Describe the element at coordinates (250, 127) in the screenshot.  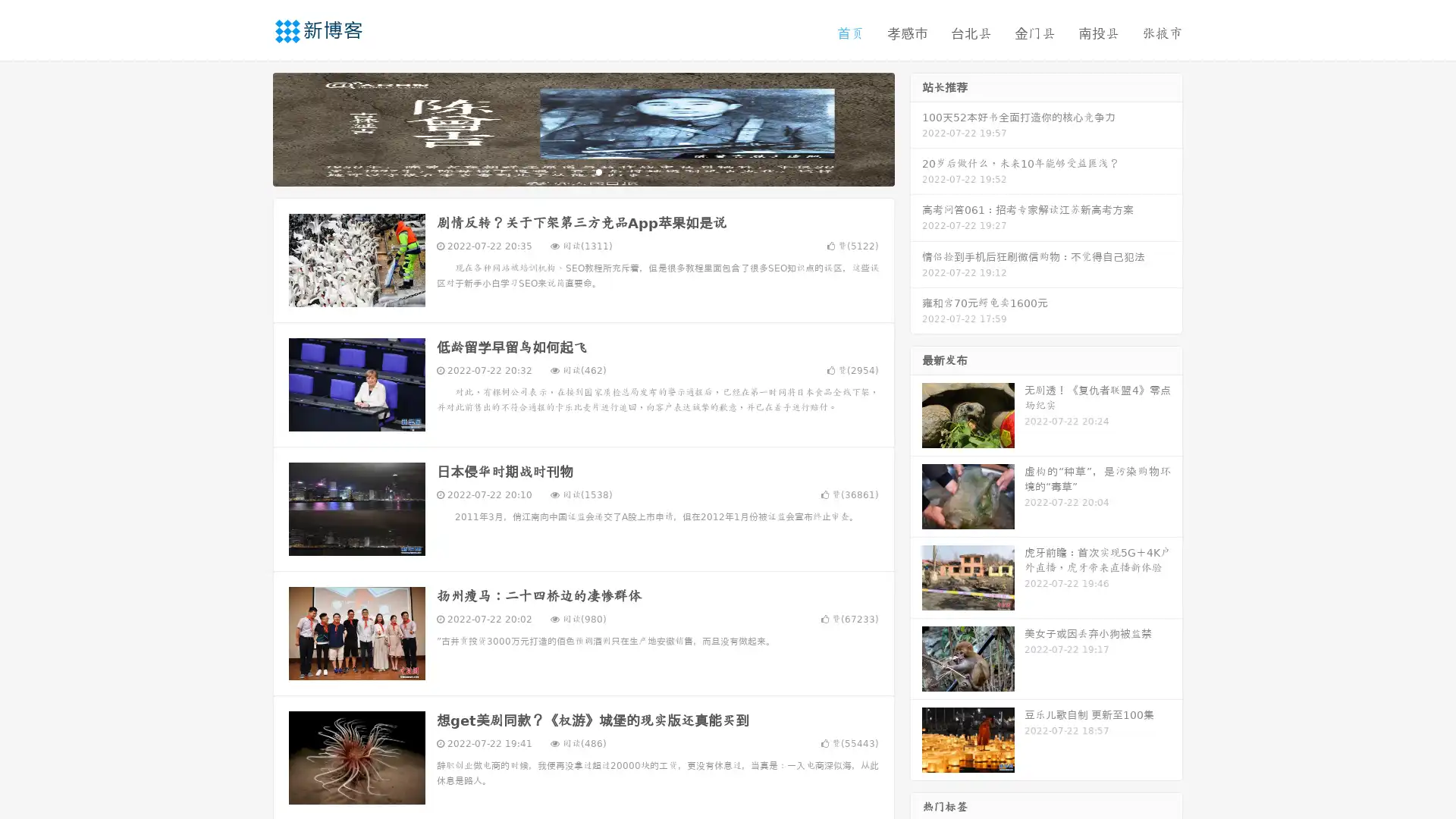
I see `Previous slide` at that location.